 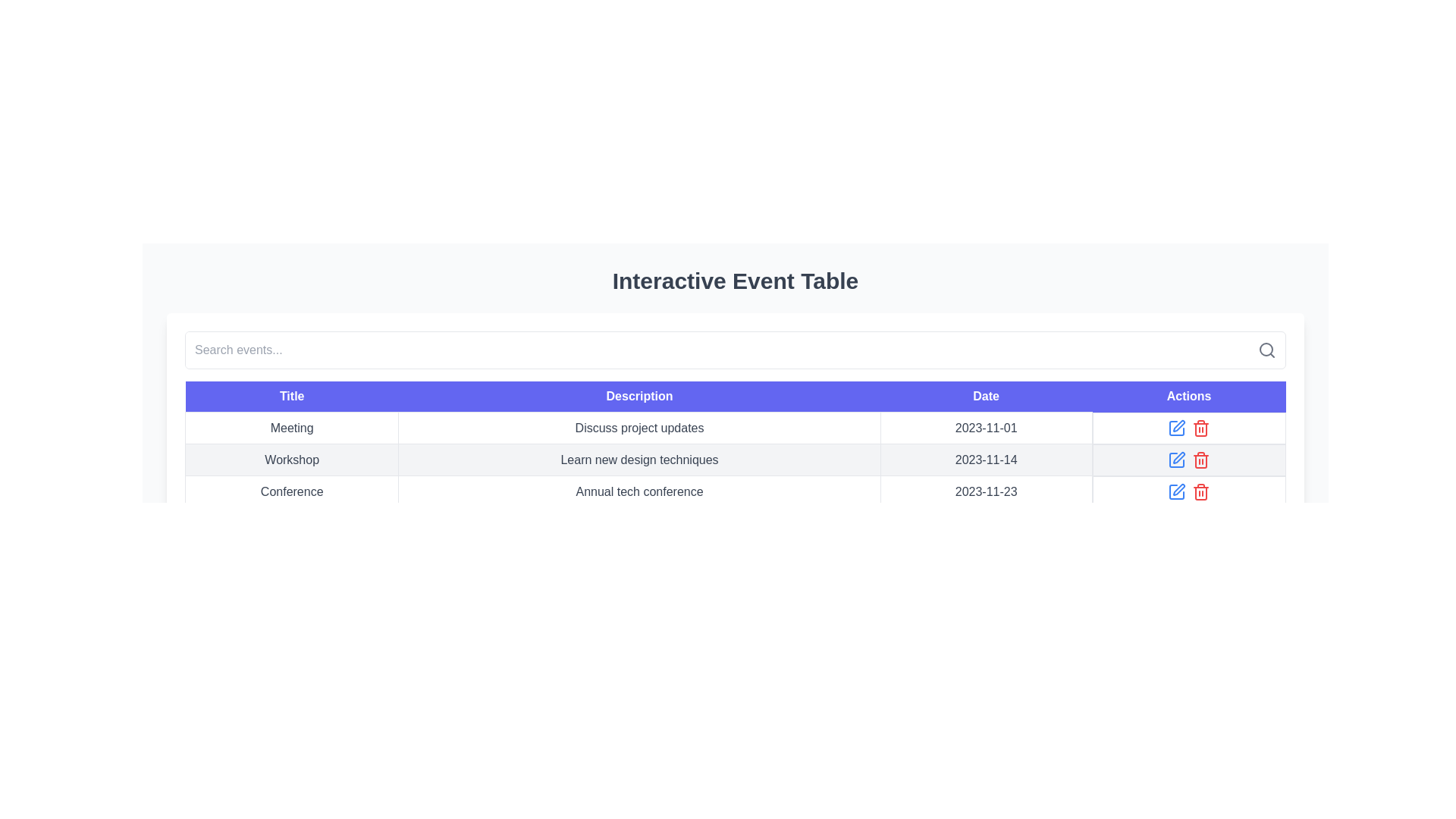 What do you see at coordinates (1188, 428) in the screenshot?
I see `the edit icon in the 'Actions' column of the first row to initiate the edit action for the 'Meeting' item` at bounding box center [1188, 428].